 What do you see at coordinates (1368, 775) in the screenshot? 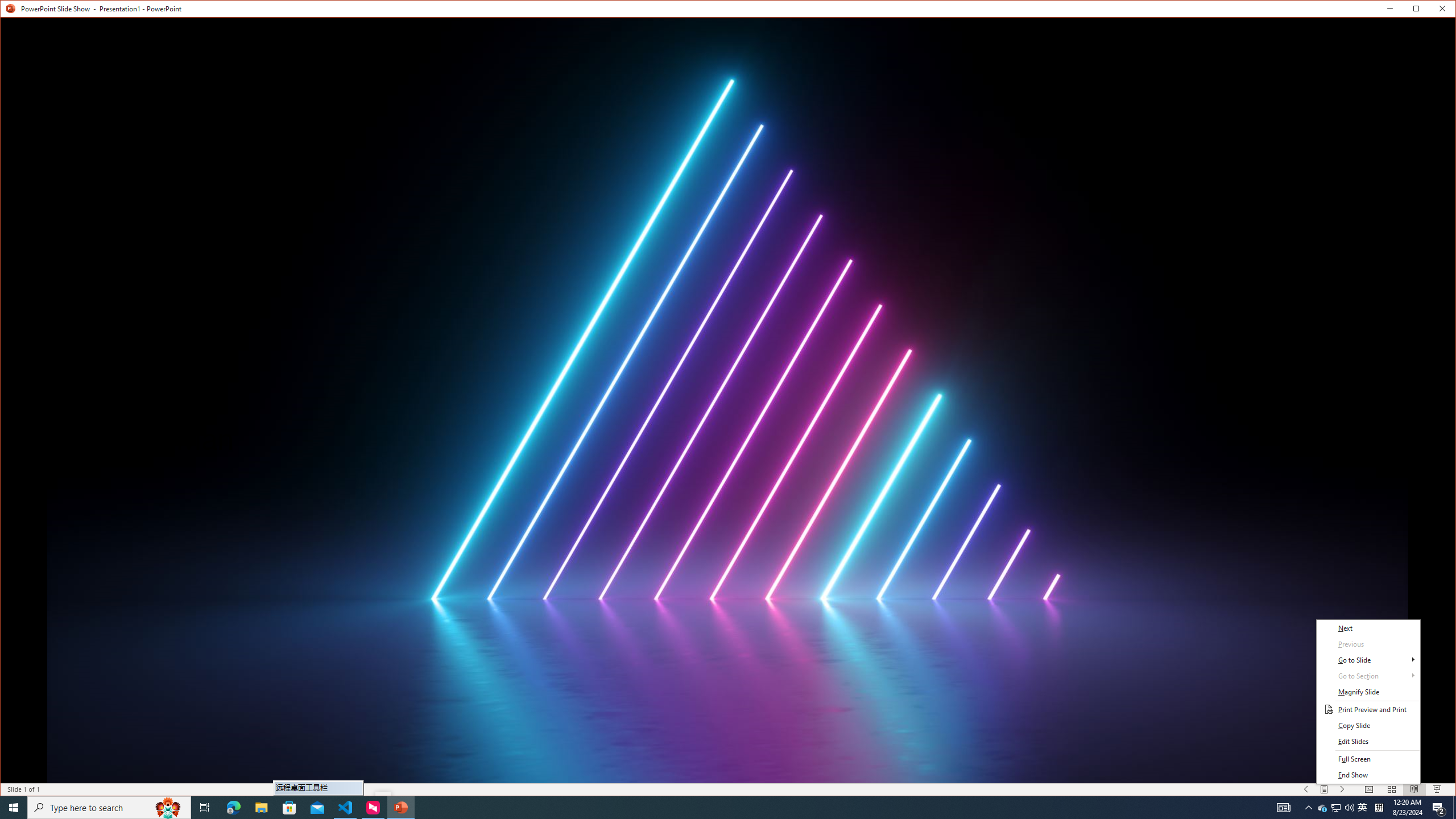
I see `'End Show'` at bounding box center [1368, 775].